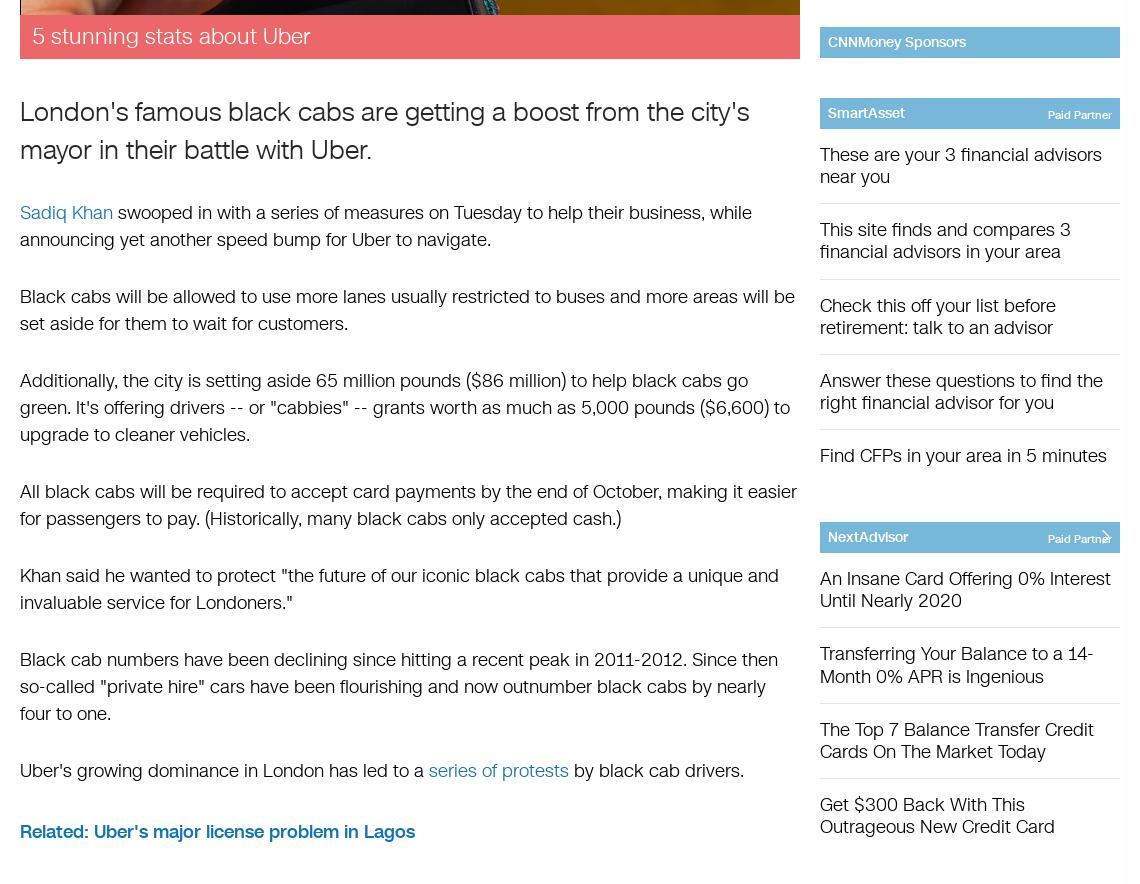  I want to click on 'These are your 3 financial advisors near you', so click(960, 166).